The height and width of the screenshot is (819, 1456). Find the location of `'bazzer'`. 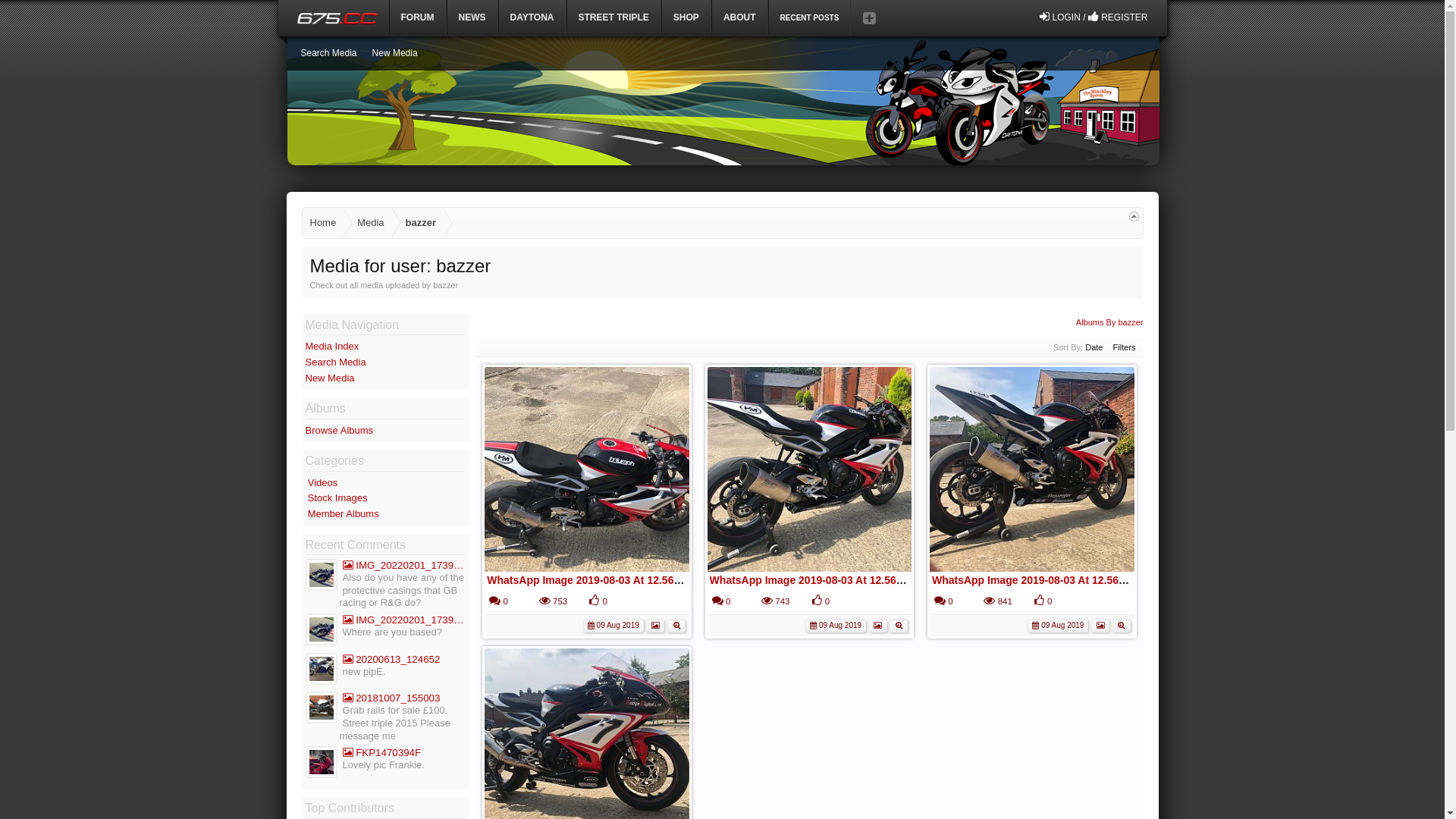

'bazzer' is located at coordinates (418, 223).